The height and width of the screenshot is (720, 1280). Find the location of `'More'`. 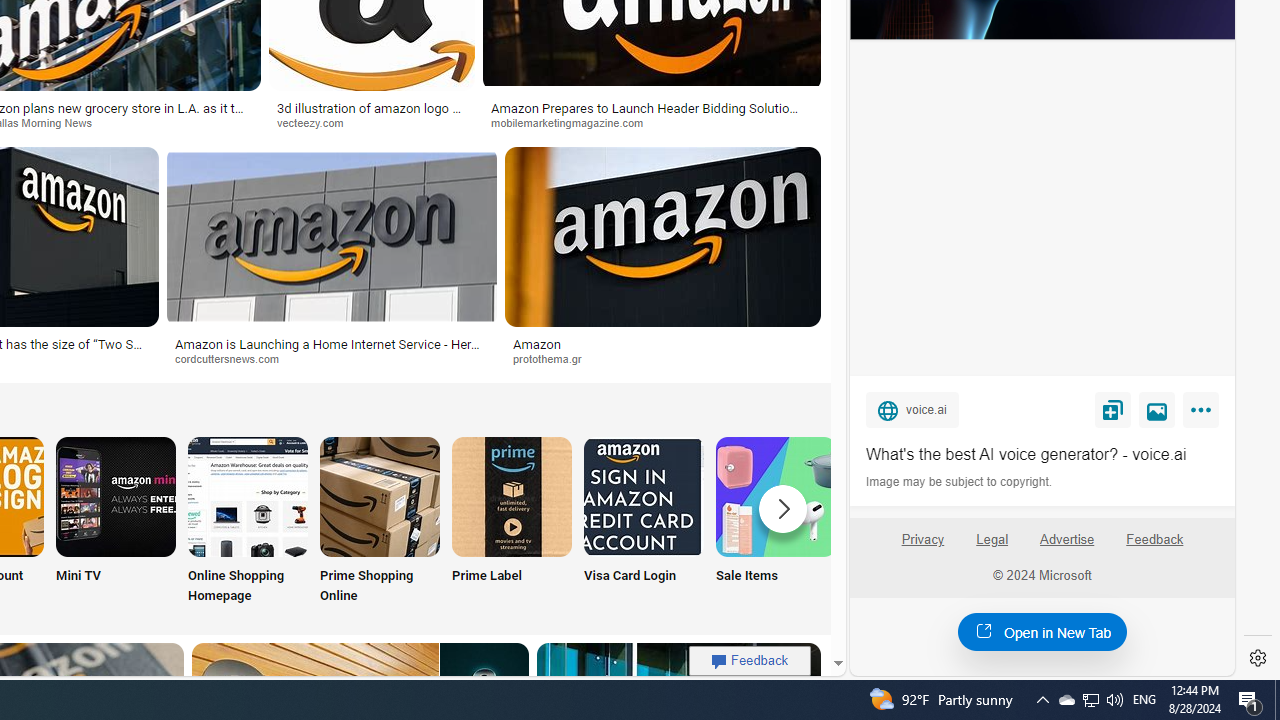

'More' is located at coordinates (1203, 412).